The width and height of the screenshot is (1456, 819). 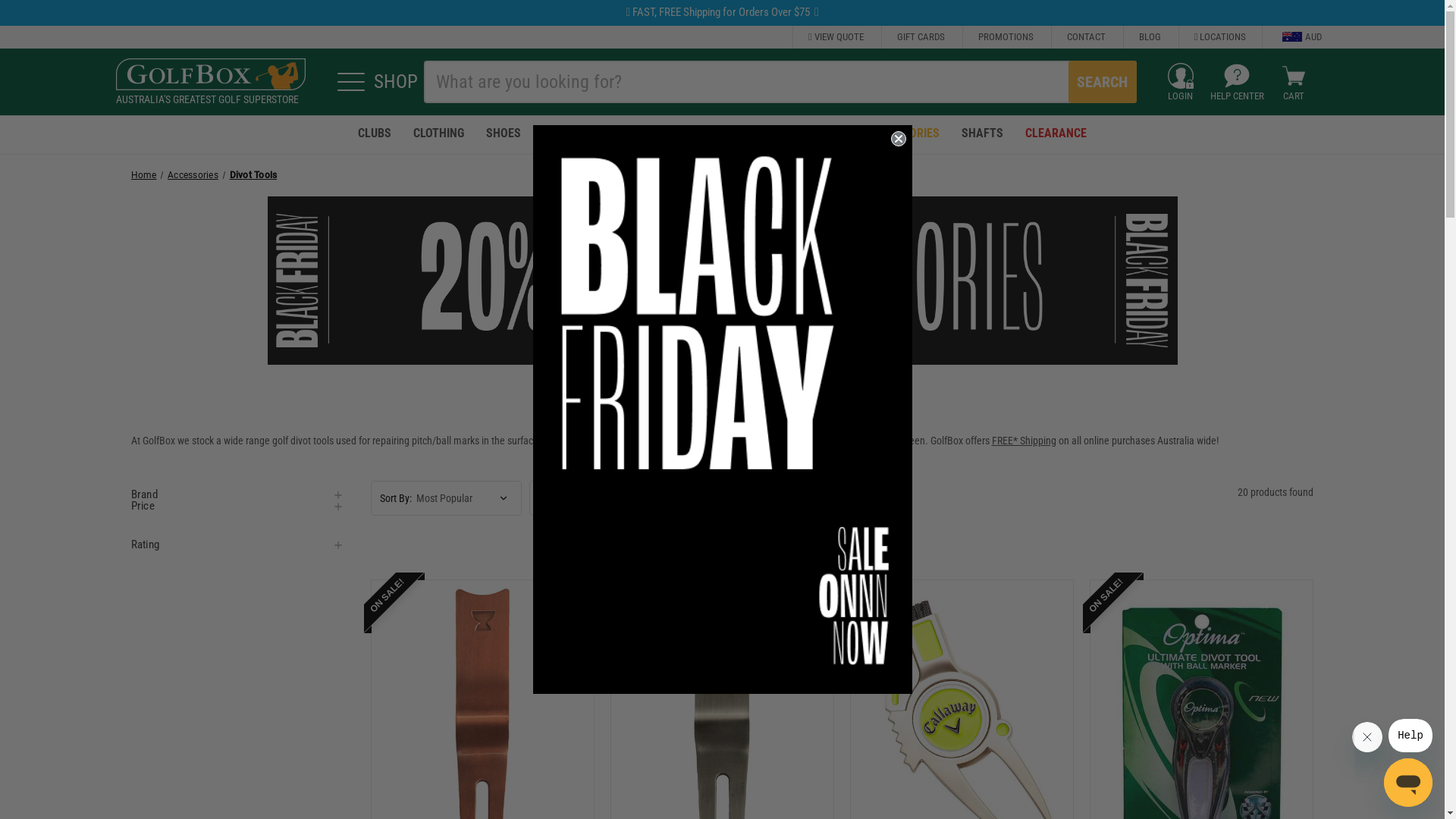 What do you see at coordinates (856, 133) in the screenshot?
I see `'ACCESSORIES'` at bounding box center [856, 133].